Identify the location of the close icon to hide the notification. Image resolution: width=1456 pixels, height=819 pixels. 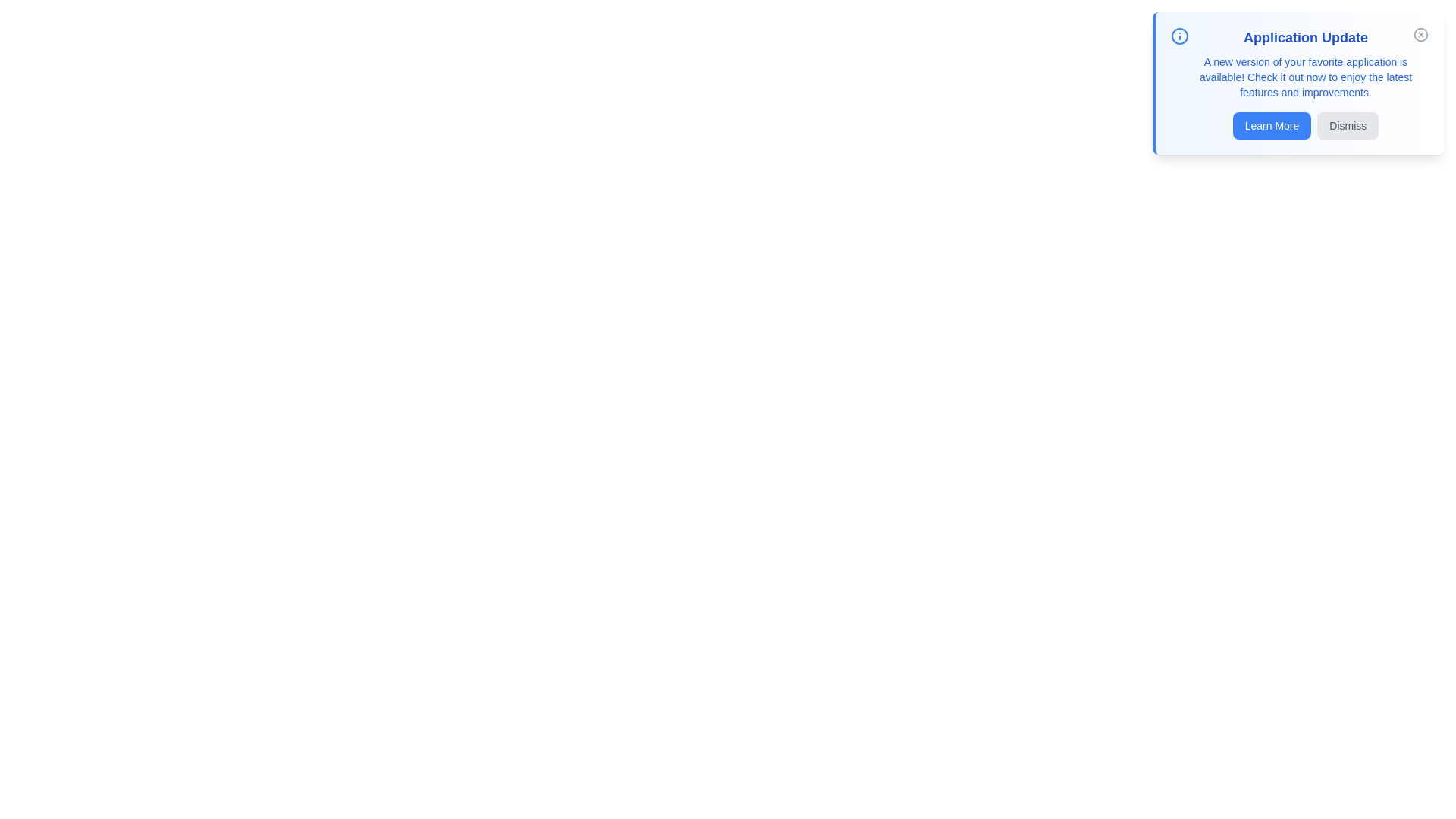
(1420, 34).